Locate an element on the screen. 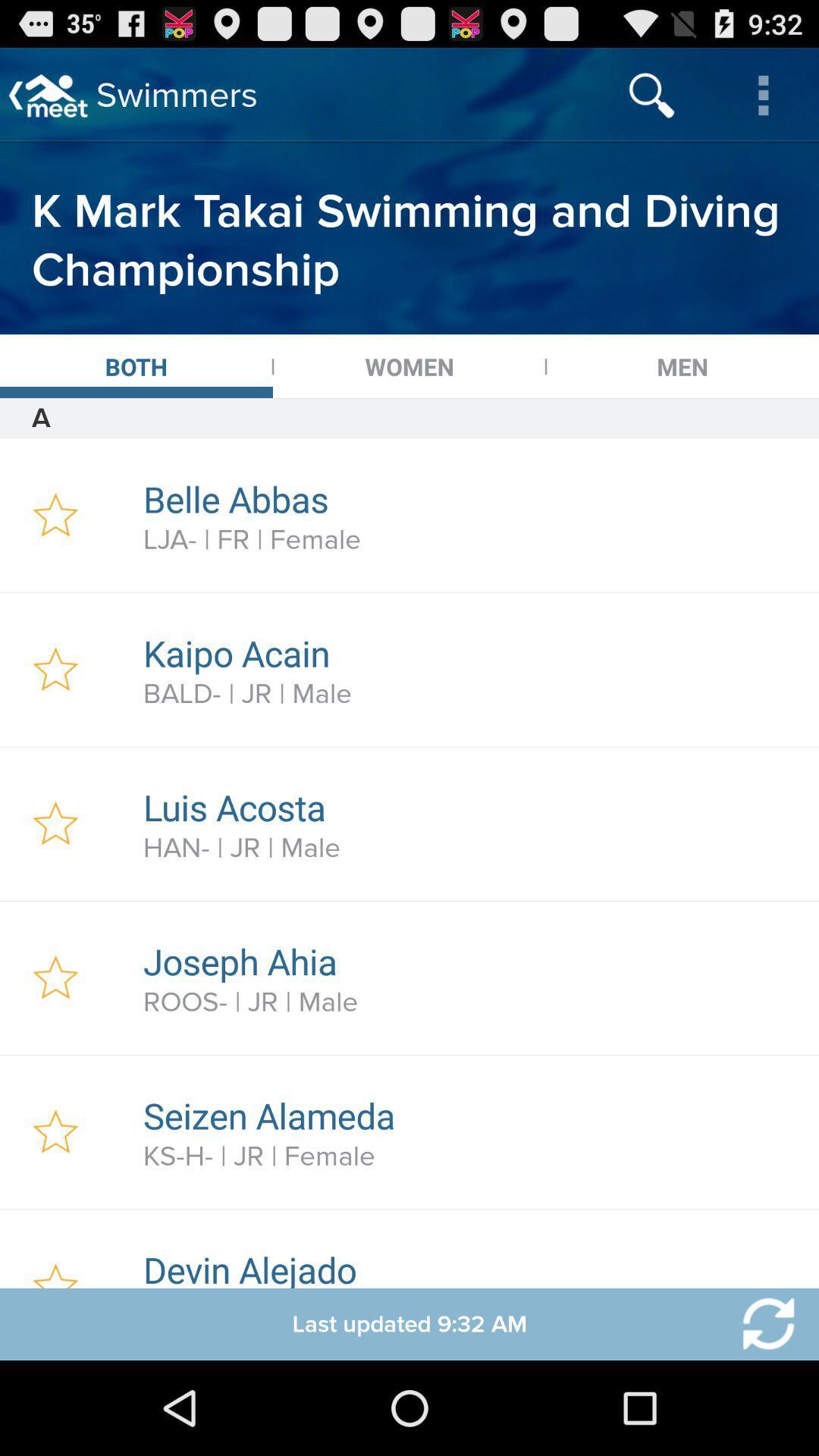  the refresh icon is located at coordinates (759, 1417).